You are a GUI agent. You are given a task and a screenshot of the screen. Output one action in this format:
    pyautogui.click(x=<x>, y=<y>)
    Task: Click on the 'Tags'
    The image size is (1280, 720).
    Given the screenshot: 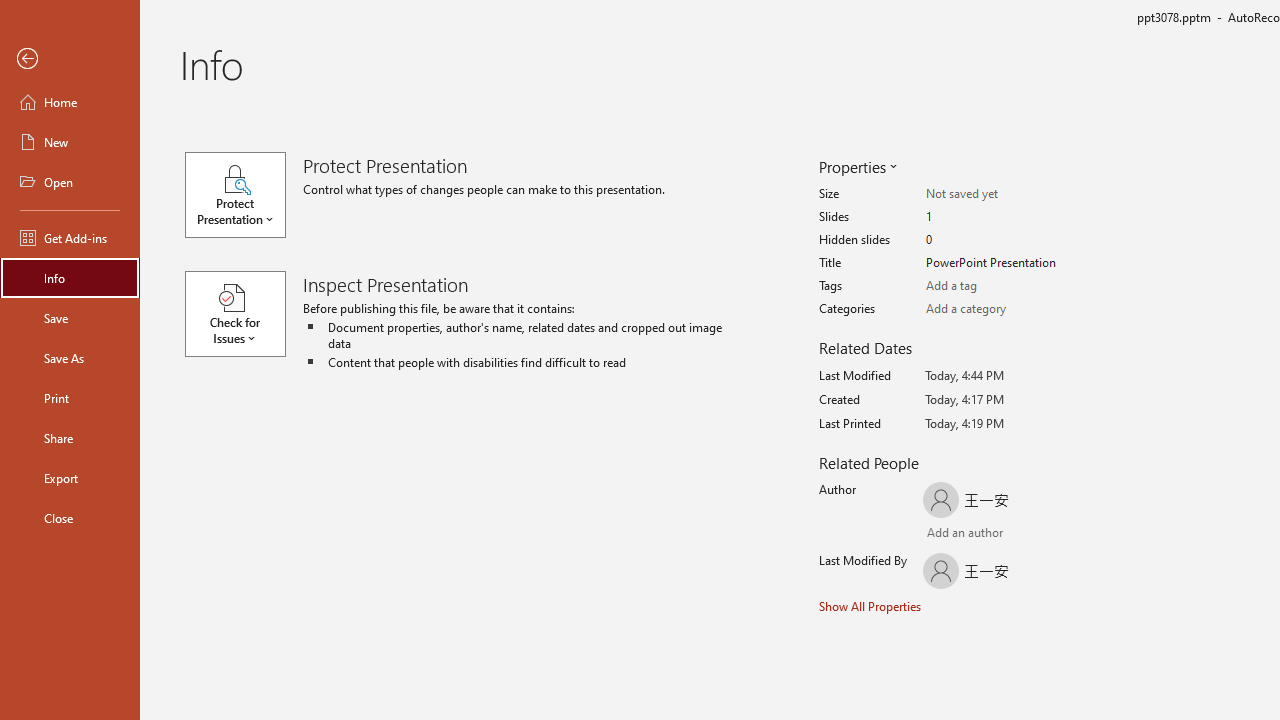 What is the action you would take?
    pyautogui.click(x=1004, y=286)
    